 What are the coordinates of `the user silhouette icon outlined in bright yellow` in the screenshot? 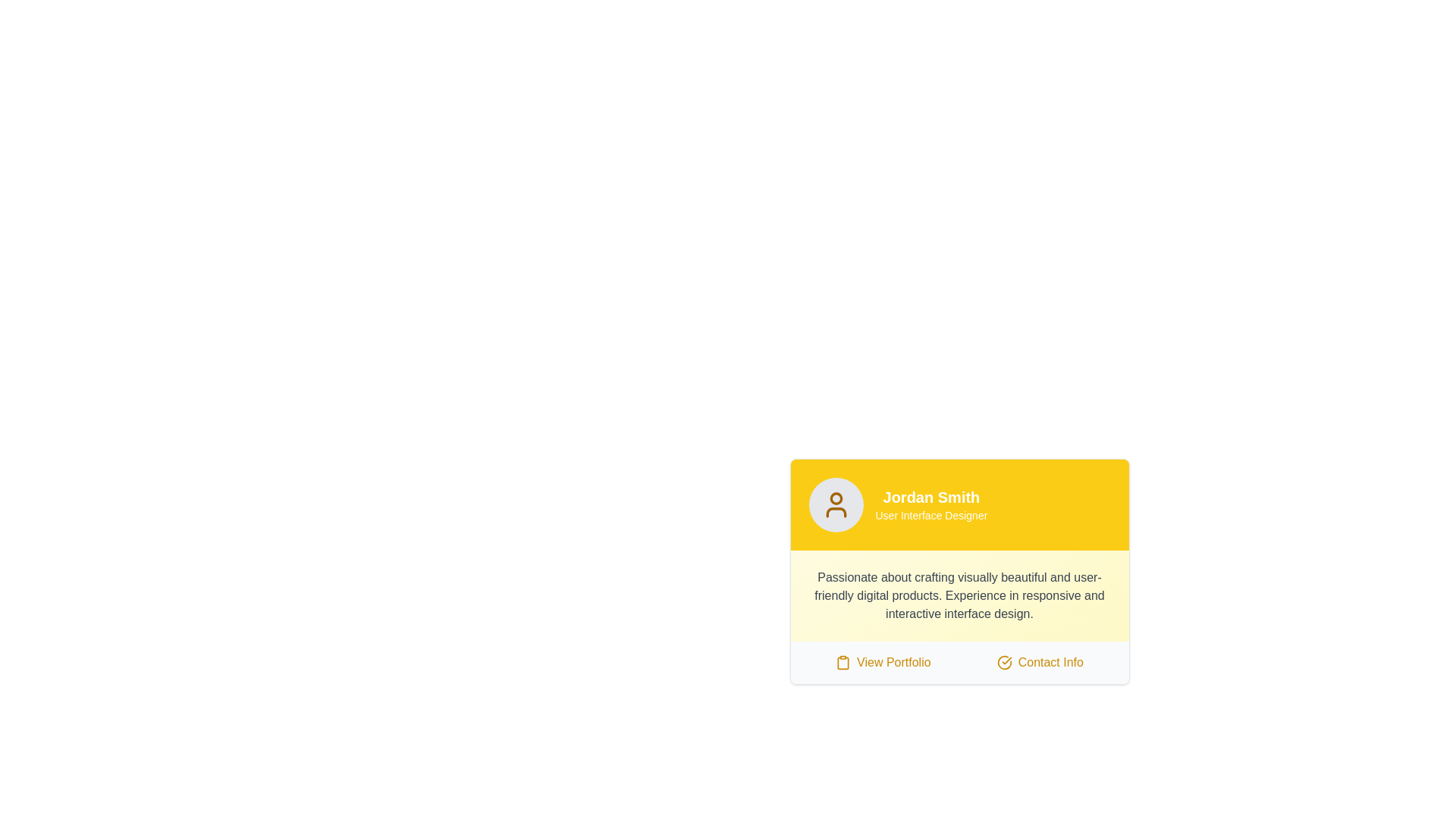 It's located at (835, 505).